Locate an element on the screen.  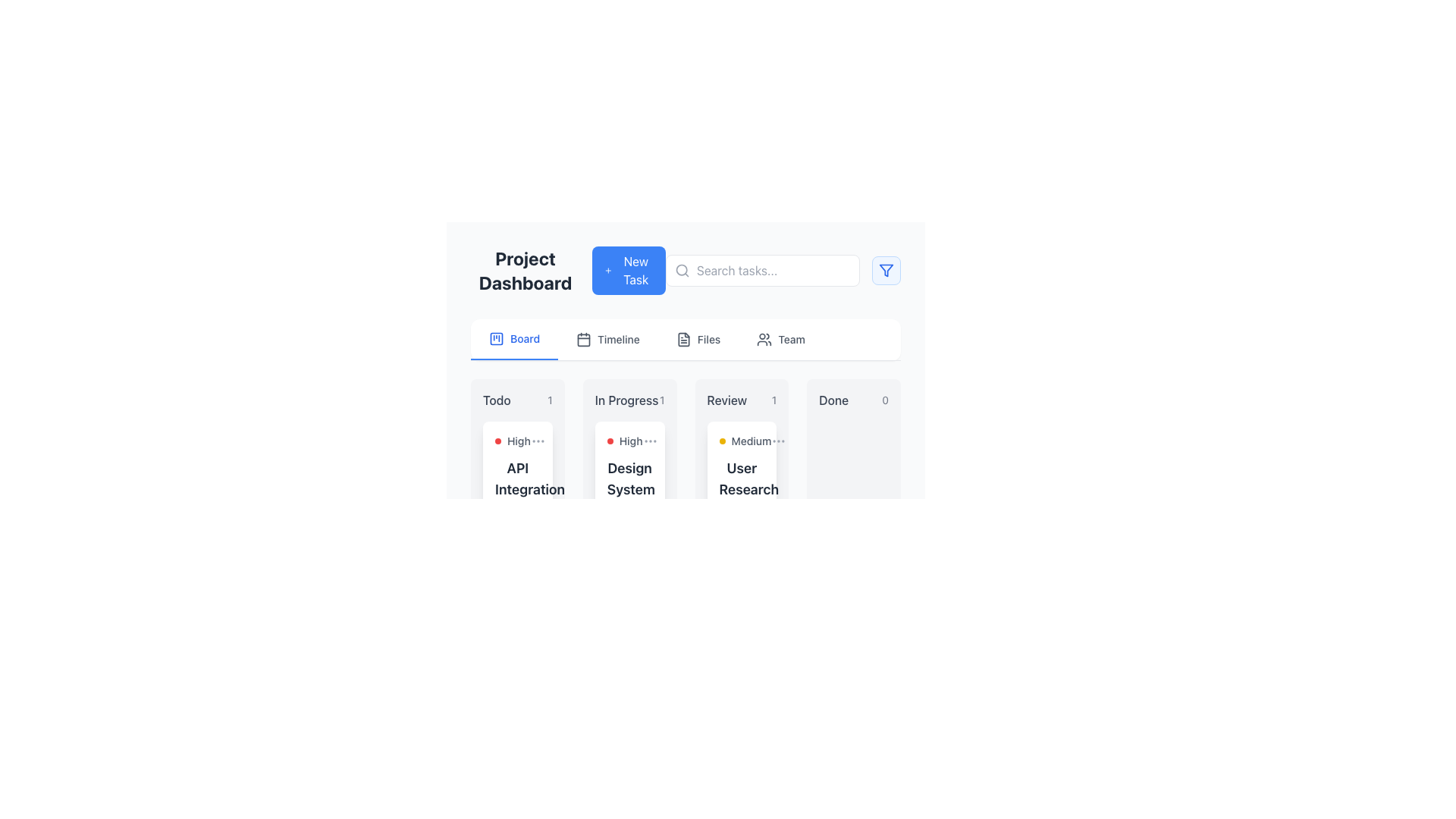
text content of the blue text label displaying 'Board', which is part of the navigation bar and is positioned to the right of the kanban-style square icon is located at coordinates (525, 338).